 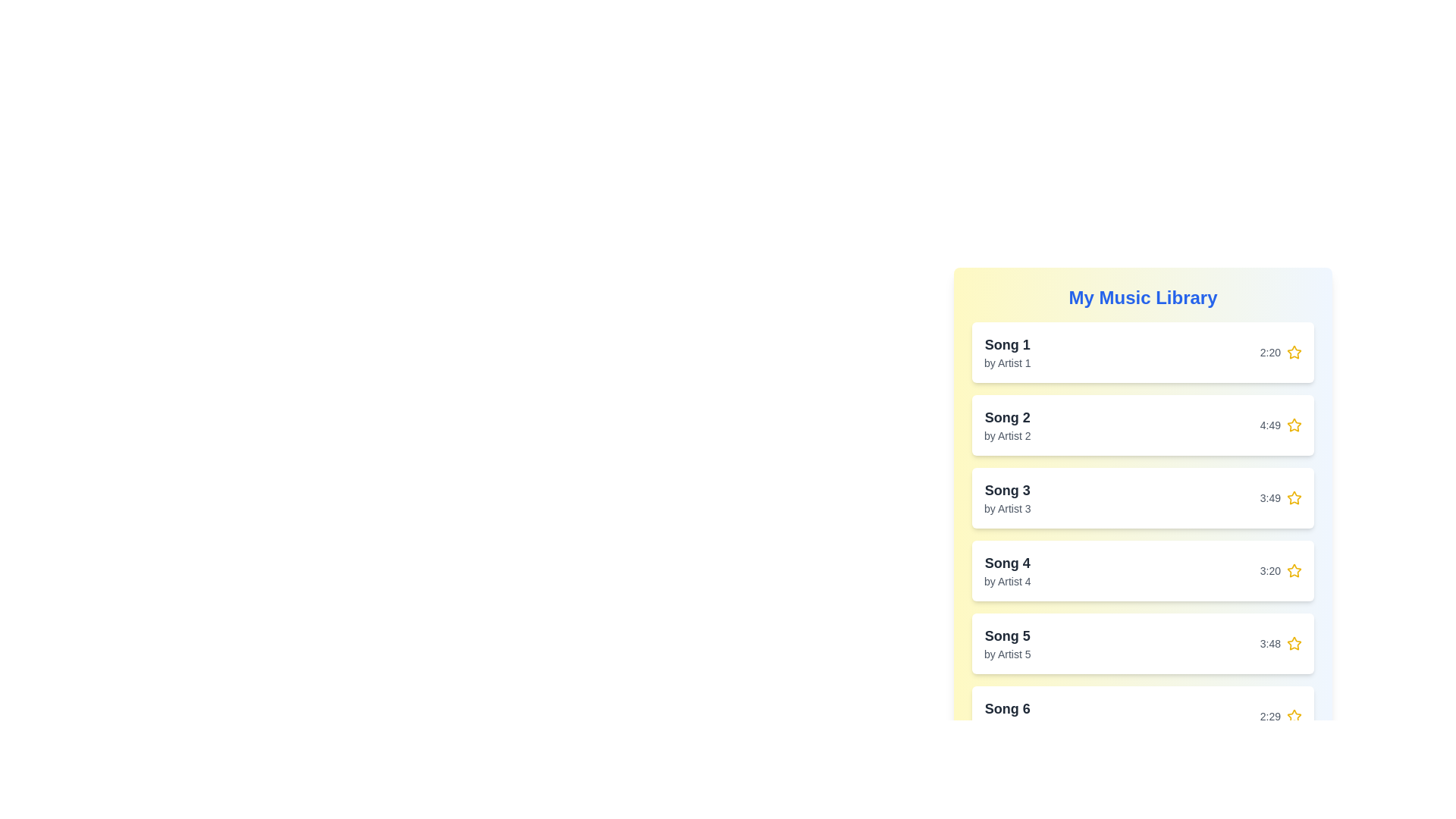 I want to click on the text label displaying the duration '2:29' of the song 'Song 6' located in the music library section, positioned to the right of the song details and aligned left to a star icon, so click(x=1270, y=717).